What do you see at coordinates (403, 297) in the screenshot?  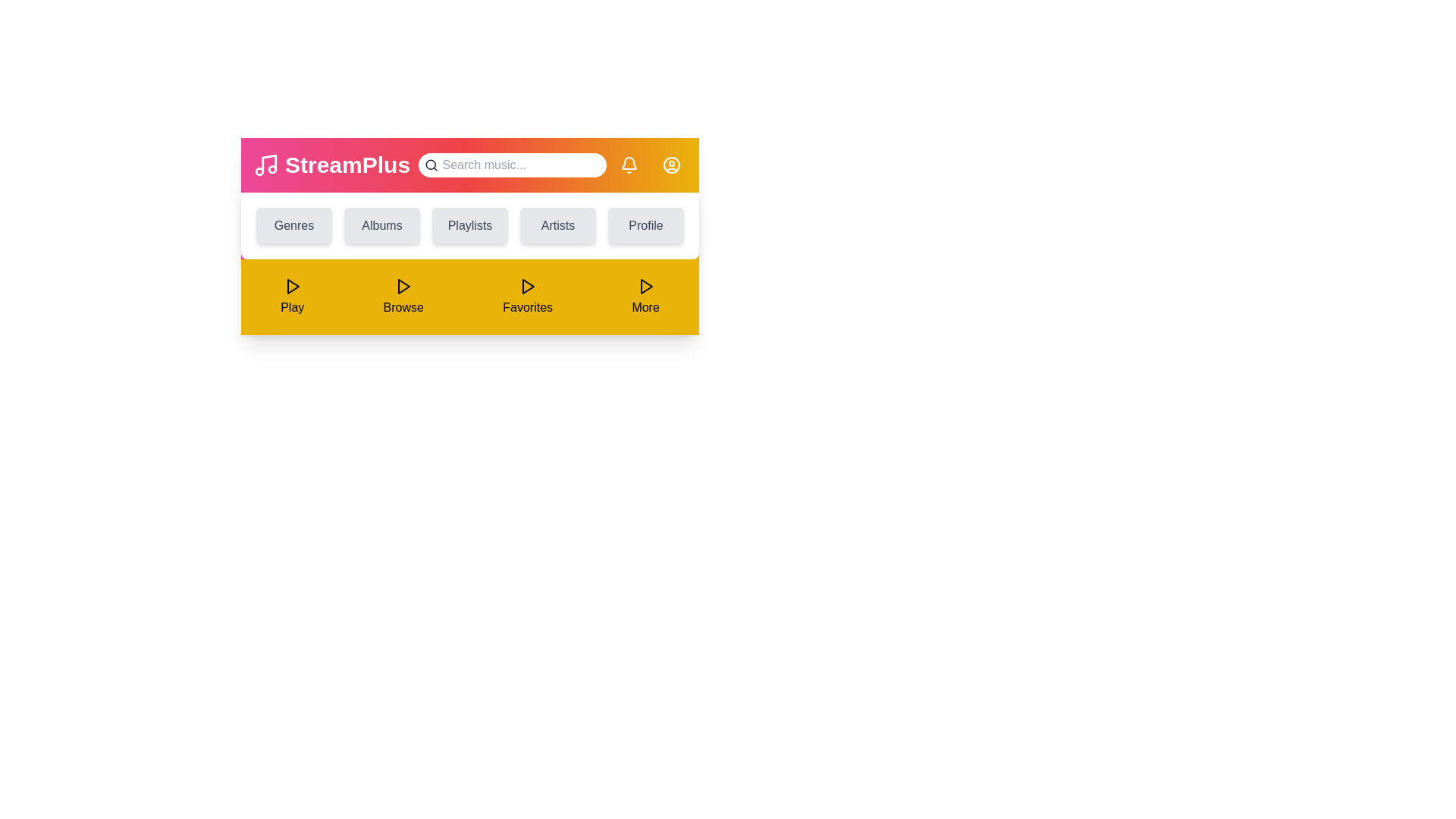 I see `the 'Browse' button located in the footer of the component` at bounding box center [403, 297].